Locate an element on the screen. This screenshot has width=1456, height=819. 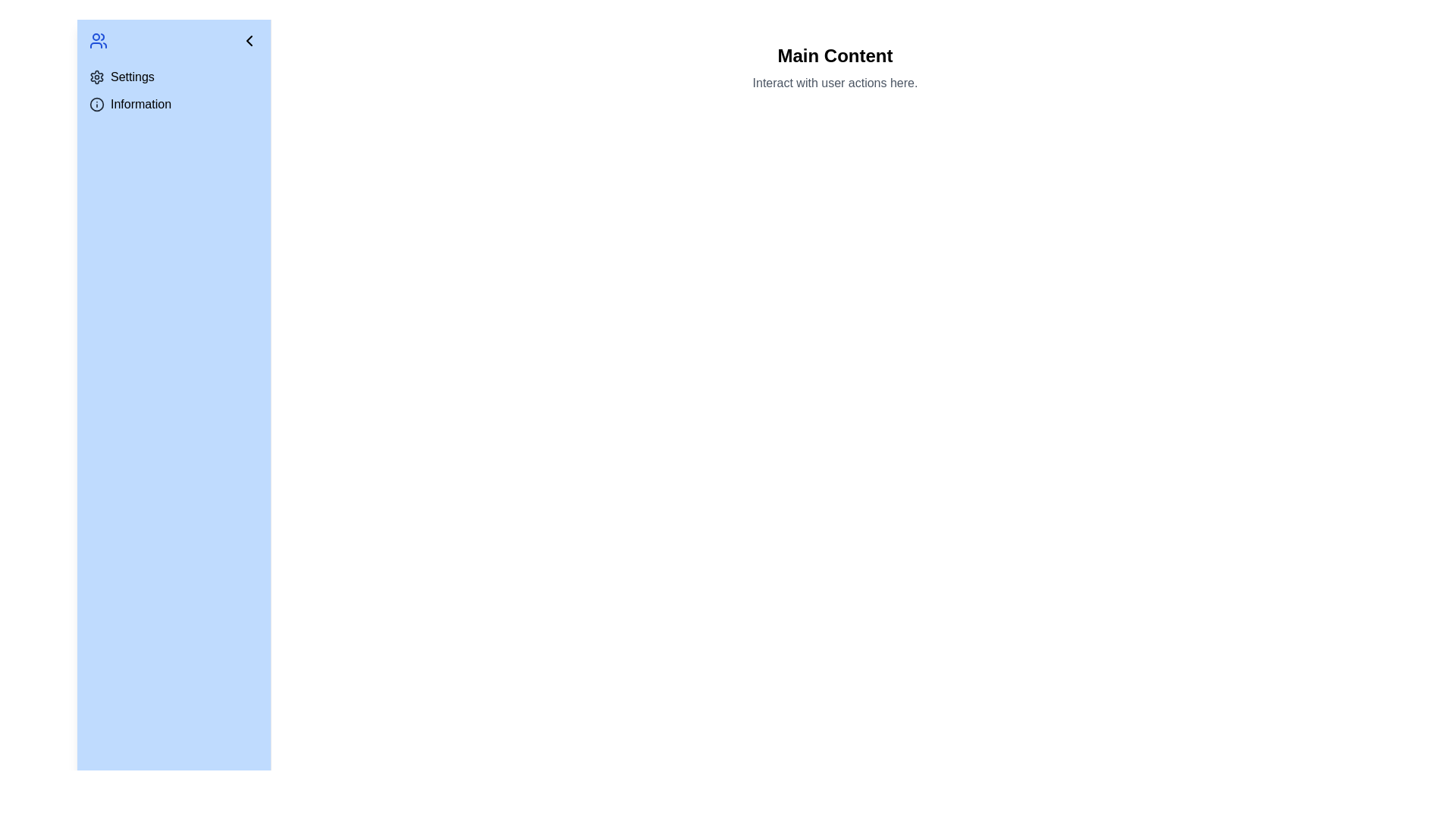
the text label displaying 'Interact with user actions here.' which is positioned below the 'Main Content' header is located at coordinates (834, 83).